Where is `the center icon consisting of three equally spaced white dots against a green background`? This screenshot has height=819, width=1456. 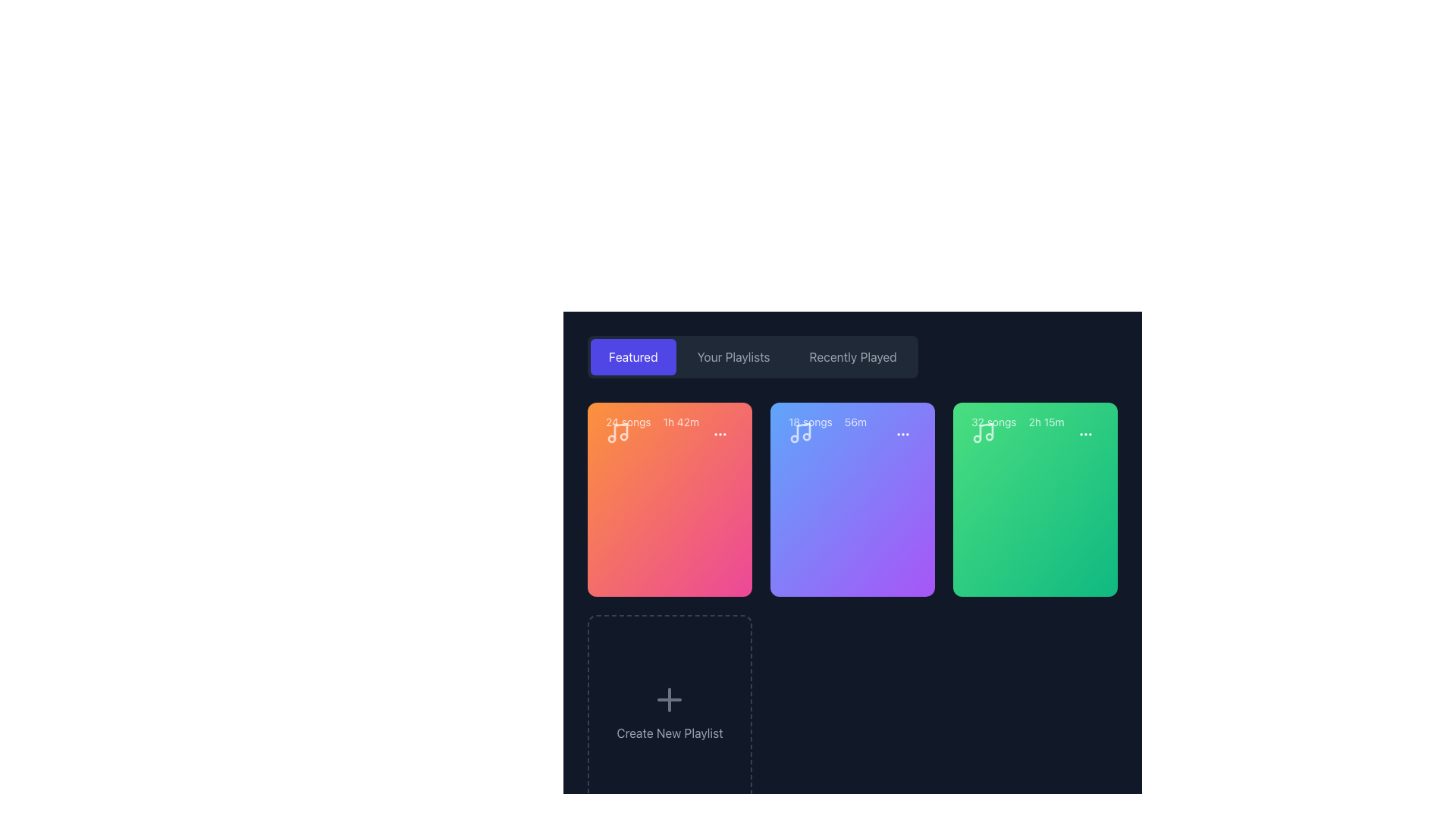 the center icon consisting of three equally spaced white dots against a green background is located at coordinates (1084, 435).